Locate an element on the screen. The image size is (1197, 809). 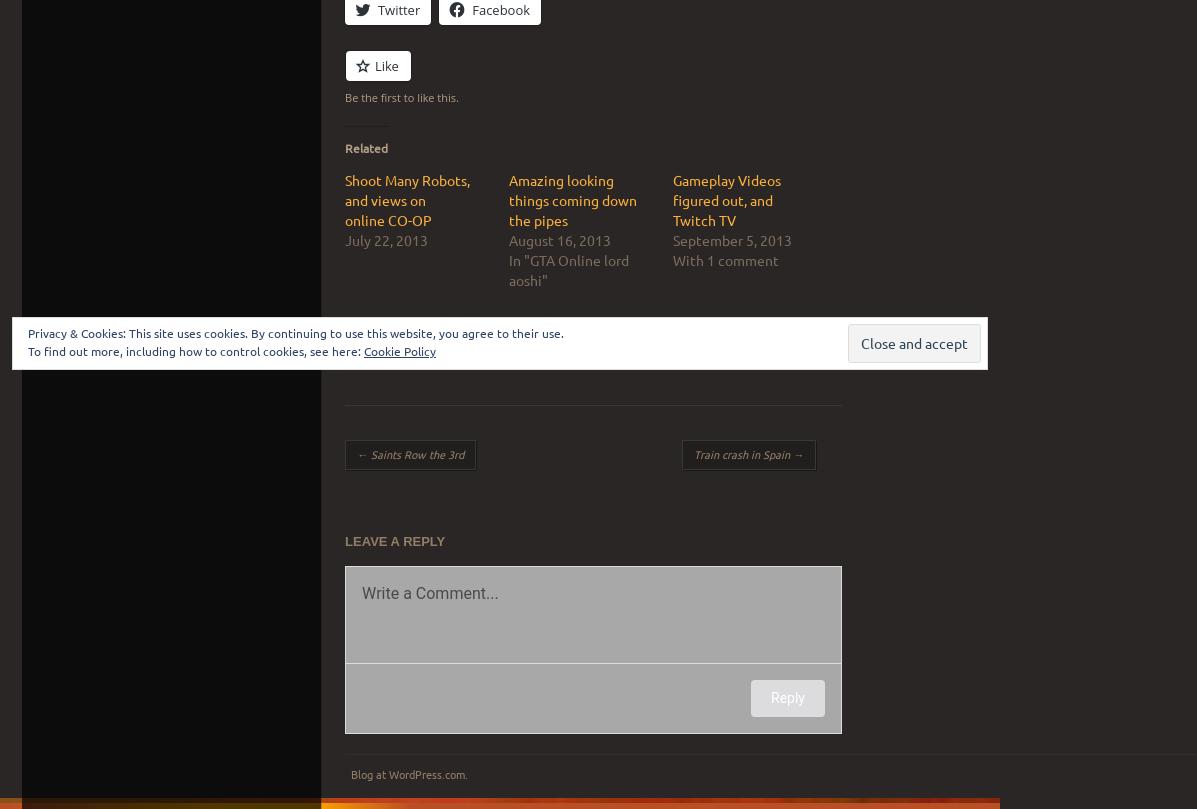
'To find out more, including how to control cookies, see here:' is located at coordinates (195, 351).